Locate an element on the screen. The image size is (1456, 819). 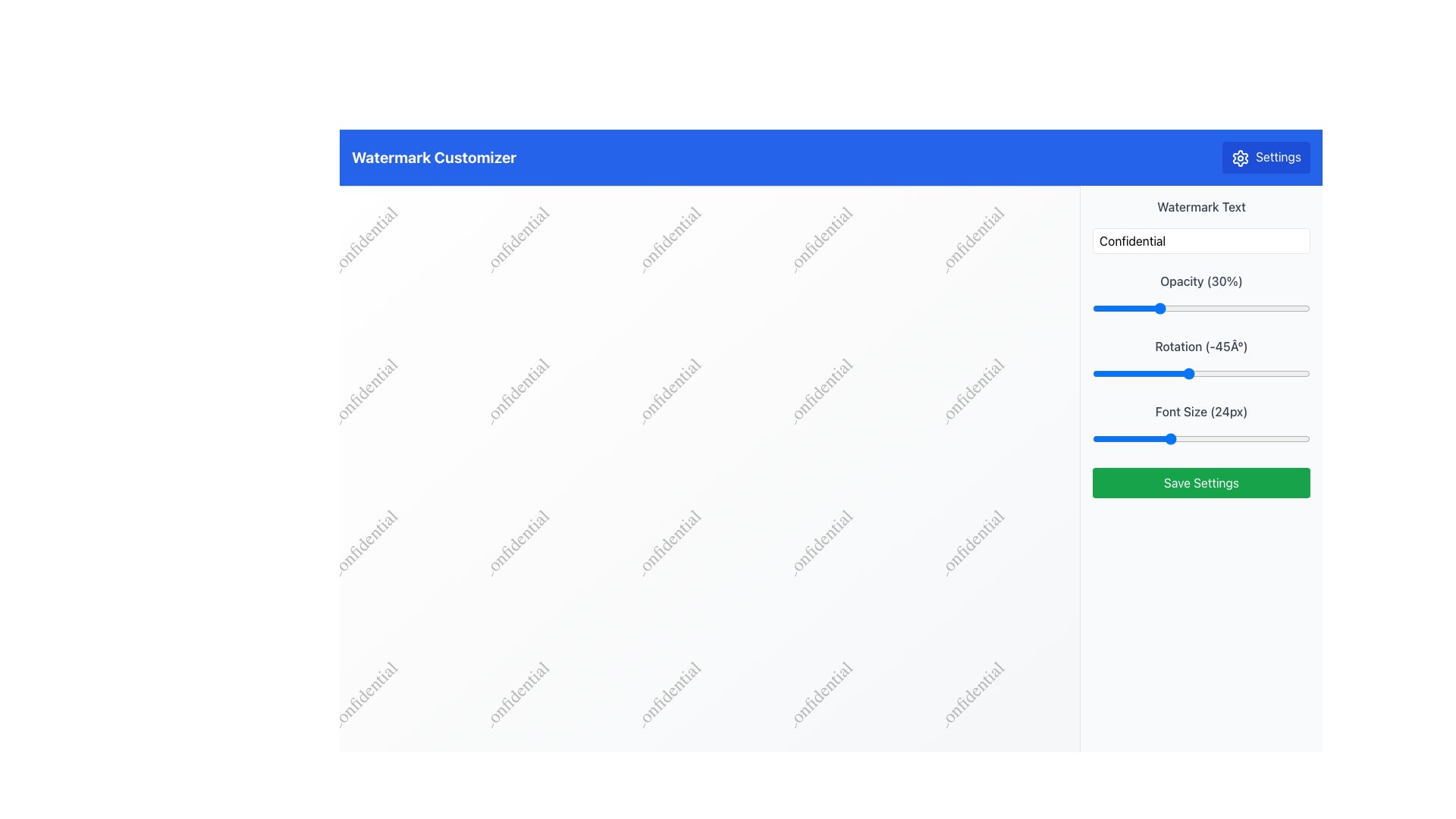
the blue handle of the horizontal slider labeled 'Opacity (30%)' located in the right-side panel is located at coordinates (1200, 307).